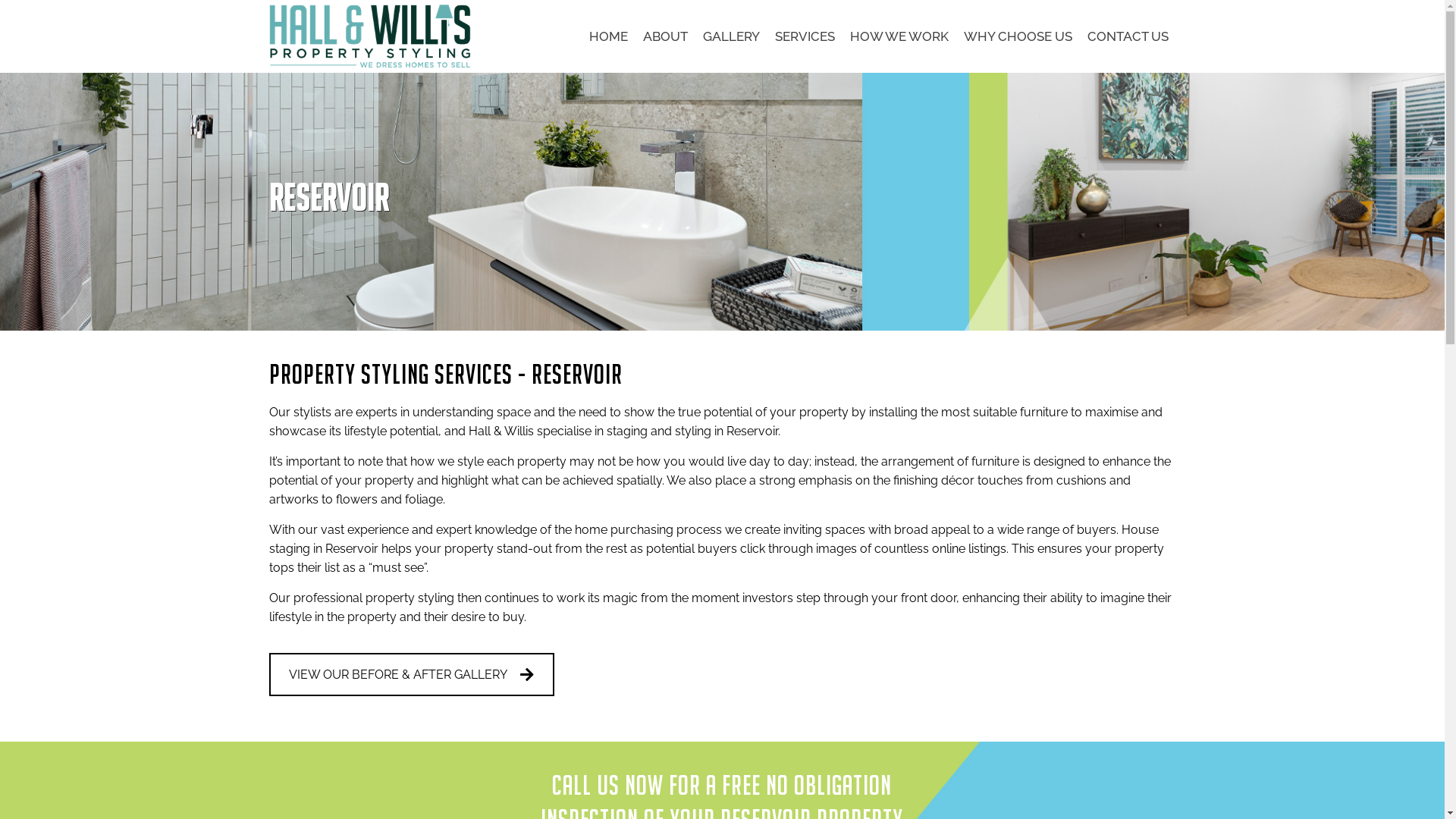 This screenshot has height=819, width=1456. I want to click on 'SERVICES', so click(804, 35).